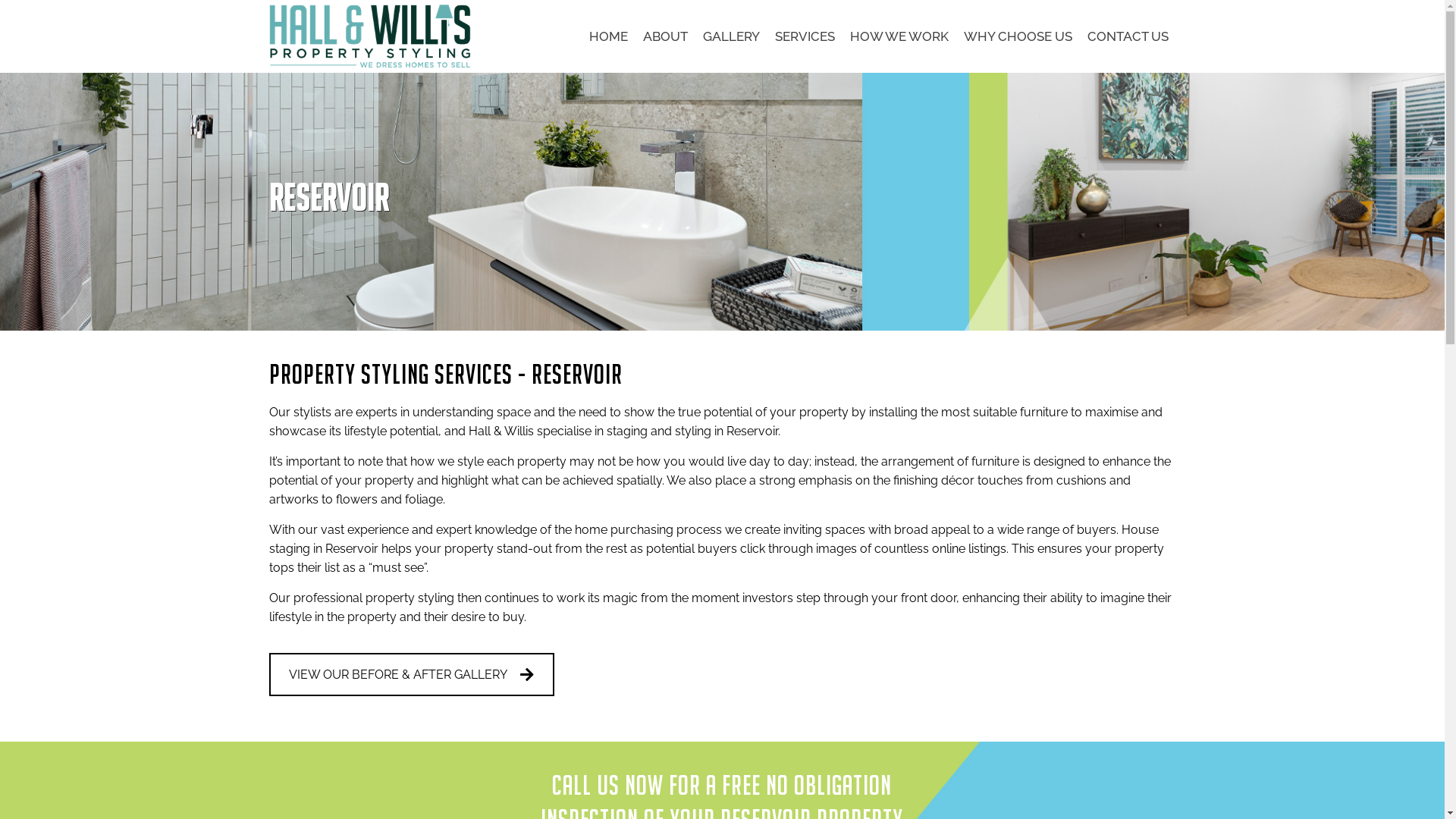 This screenshot has height=819, width=1456. I want to click on 'SERVICES', so click(804, 35).